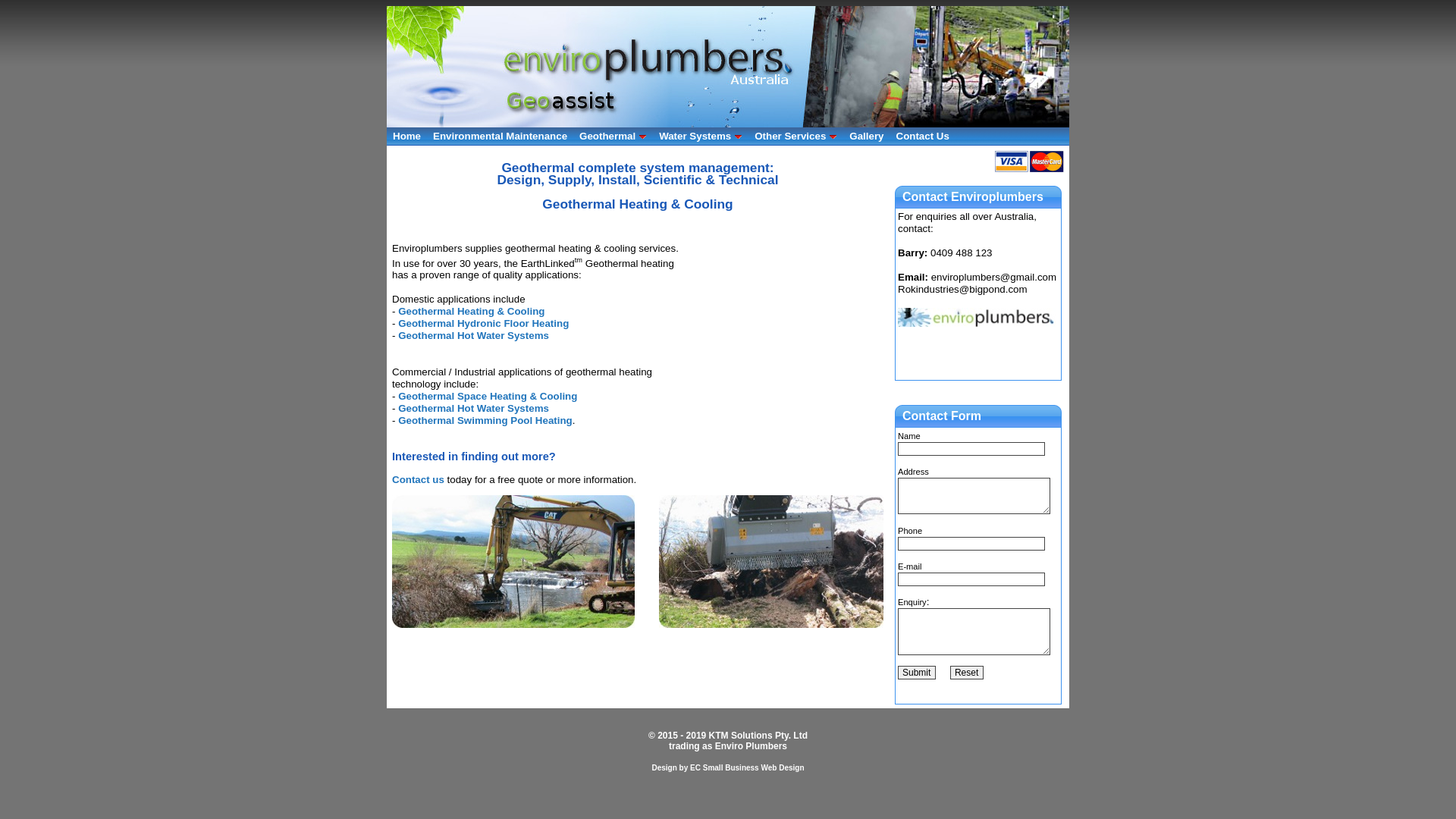 The width and height of the screenshot is (1456, 819). Describe the element at coordinates (484, 420) in the screenshot. I see `'Geothermal Swimming Pool Heating'` at that location.